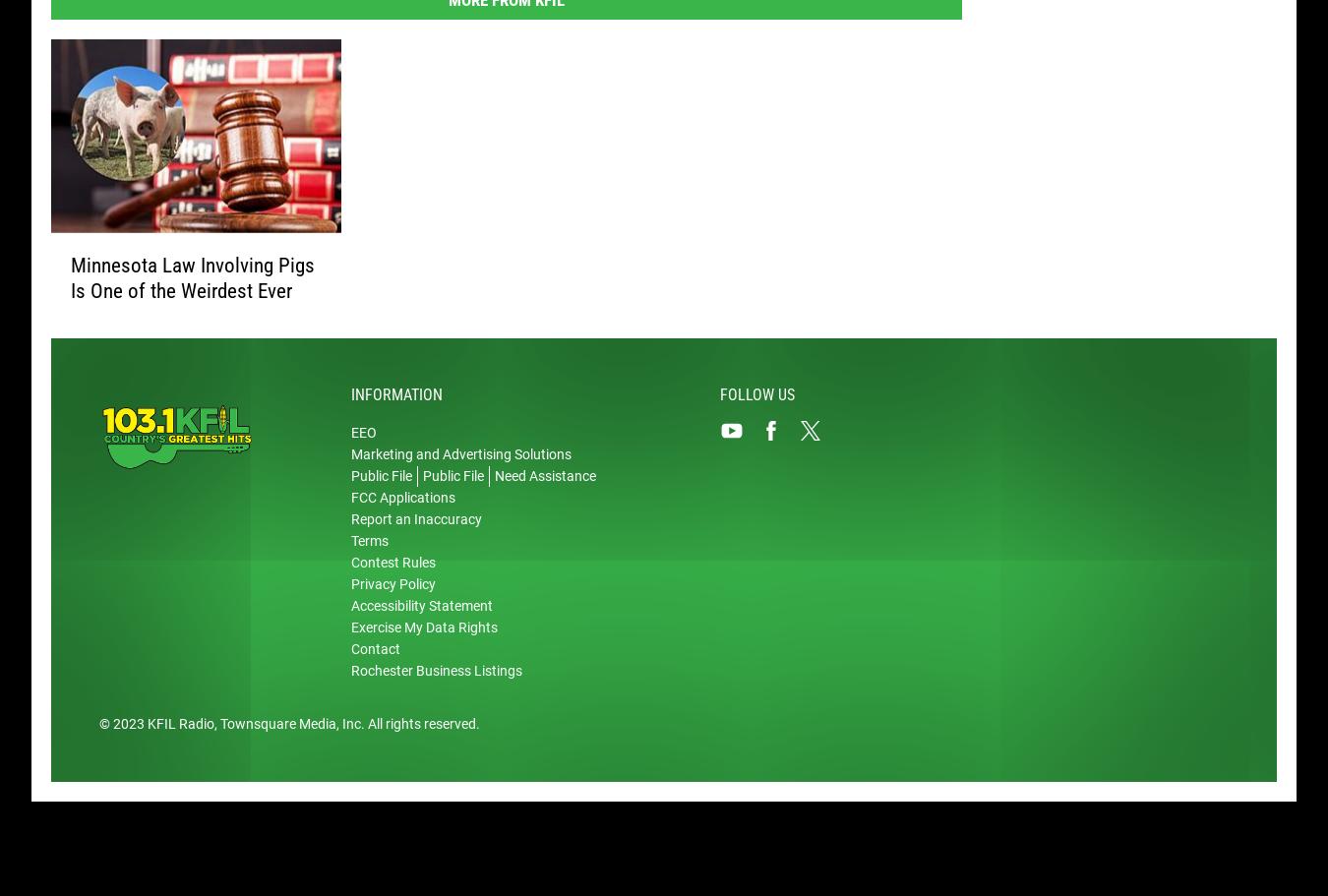  What do you see at coordinates (369, 542) in the screenshot?
I see `'Terms'` at bounding box center [369, 542].